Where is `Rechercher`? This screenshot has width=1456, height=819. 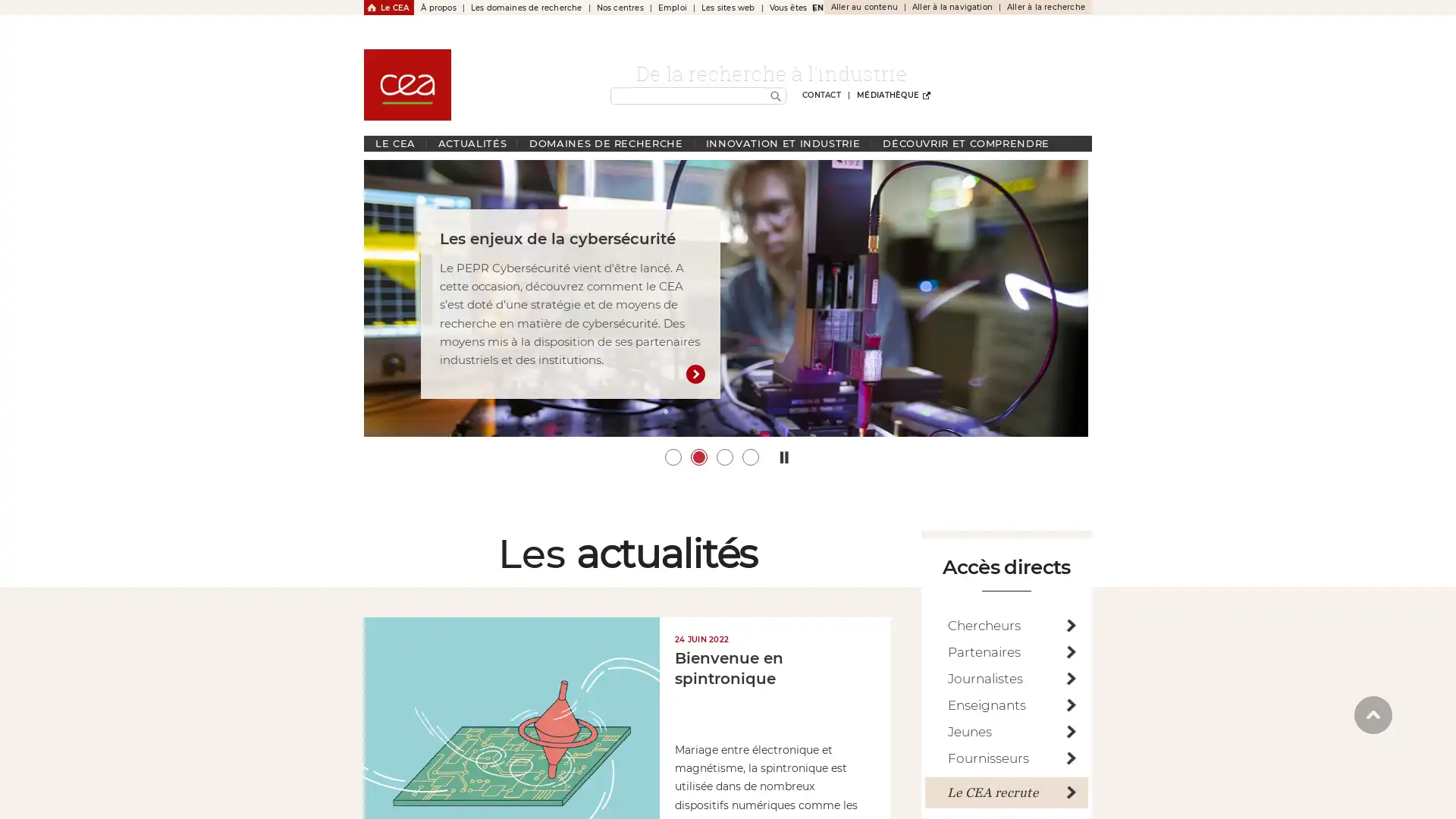
Rechercher is located at coordinates (775, 96).